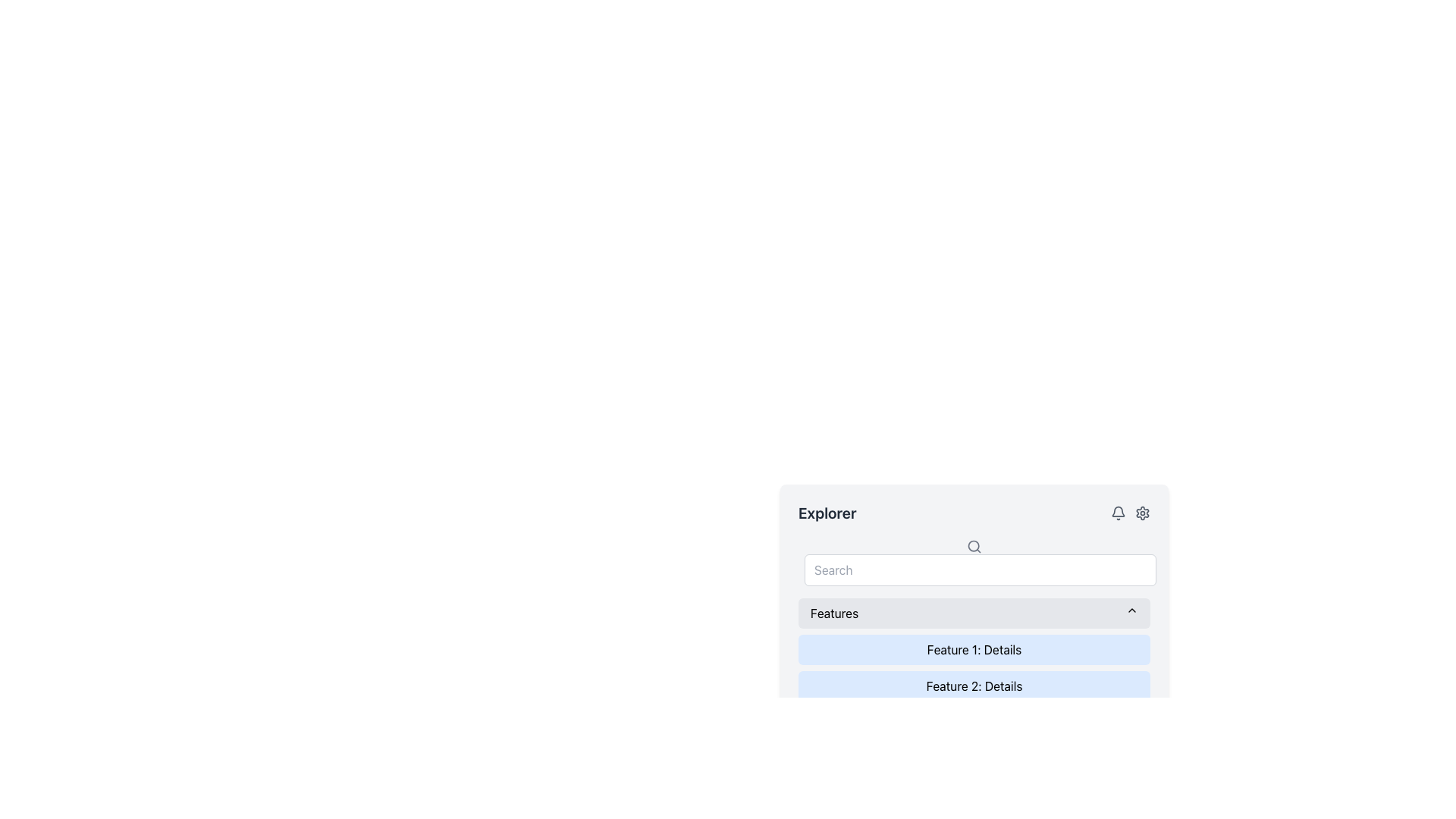 The image size is (1456, 819). Describe the element at coordinates (1118, 513) in the screenshot. I see `the bell icon in the top-right section of the content pane` at that location.